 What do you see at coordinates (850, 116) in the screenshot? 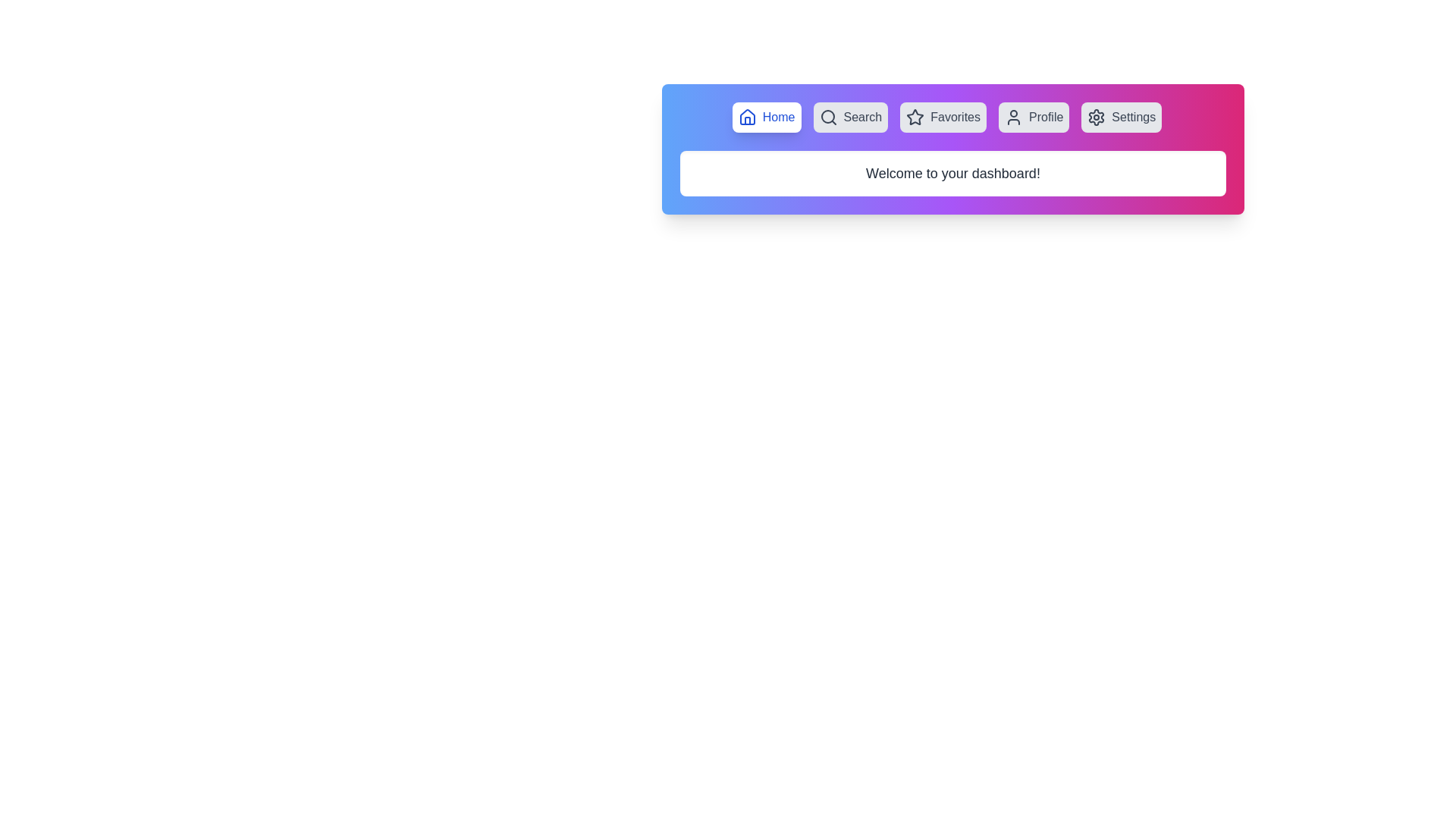
I see `the 'Search' button, which is the second button in the navigation bar, to observe the hover effect` at bounding box center [850, 116].